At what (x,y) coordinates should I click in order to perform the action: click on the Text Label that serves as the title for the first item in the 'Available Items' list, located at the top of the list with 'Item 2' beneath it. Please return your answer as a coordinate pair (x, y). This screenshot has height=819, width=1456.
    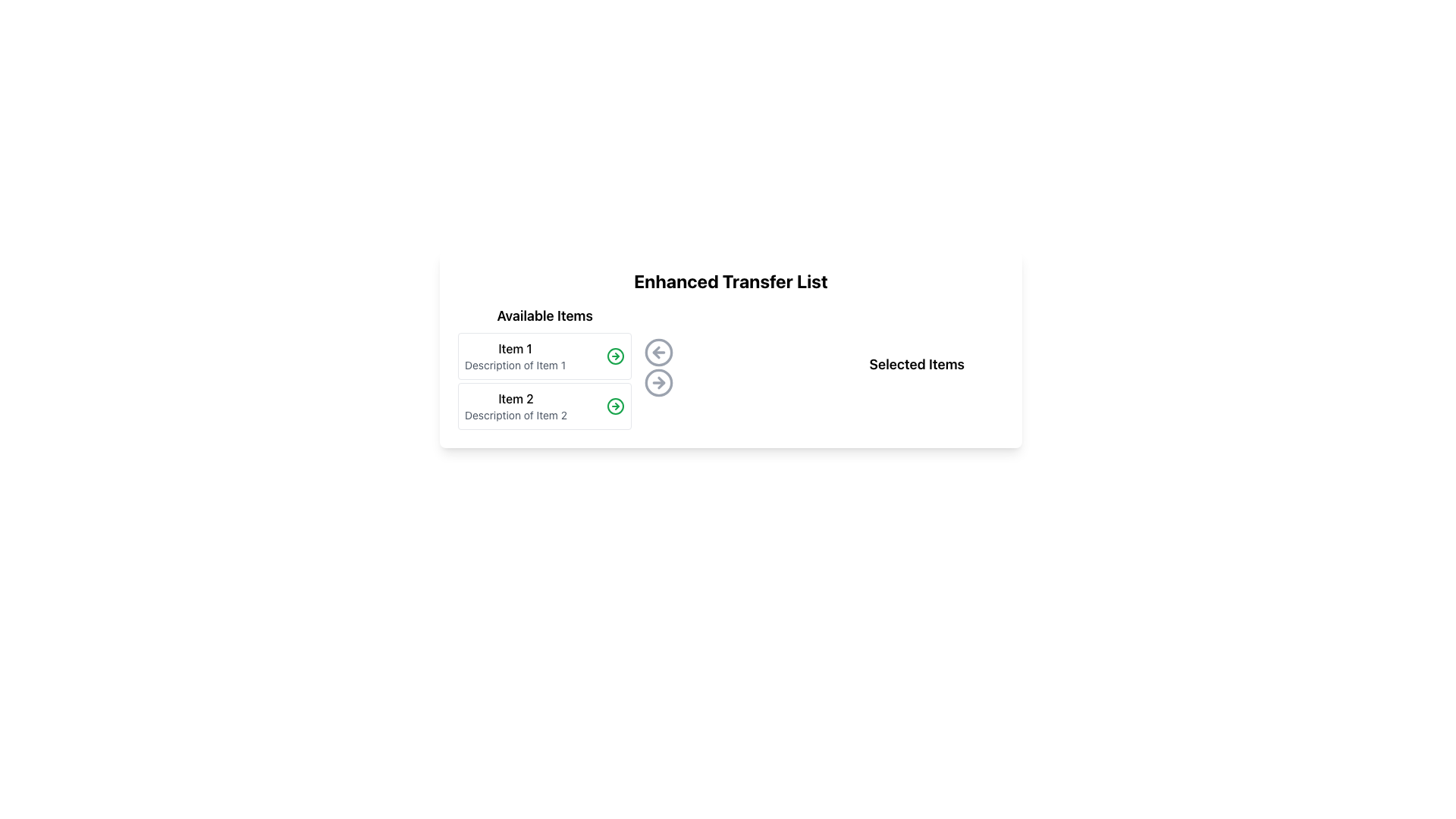
    Looking at the image, I should click on (515, 348).